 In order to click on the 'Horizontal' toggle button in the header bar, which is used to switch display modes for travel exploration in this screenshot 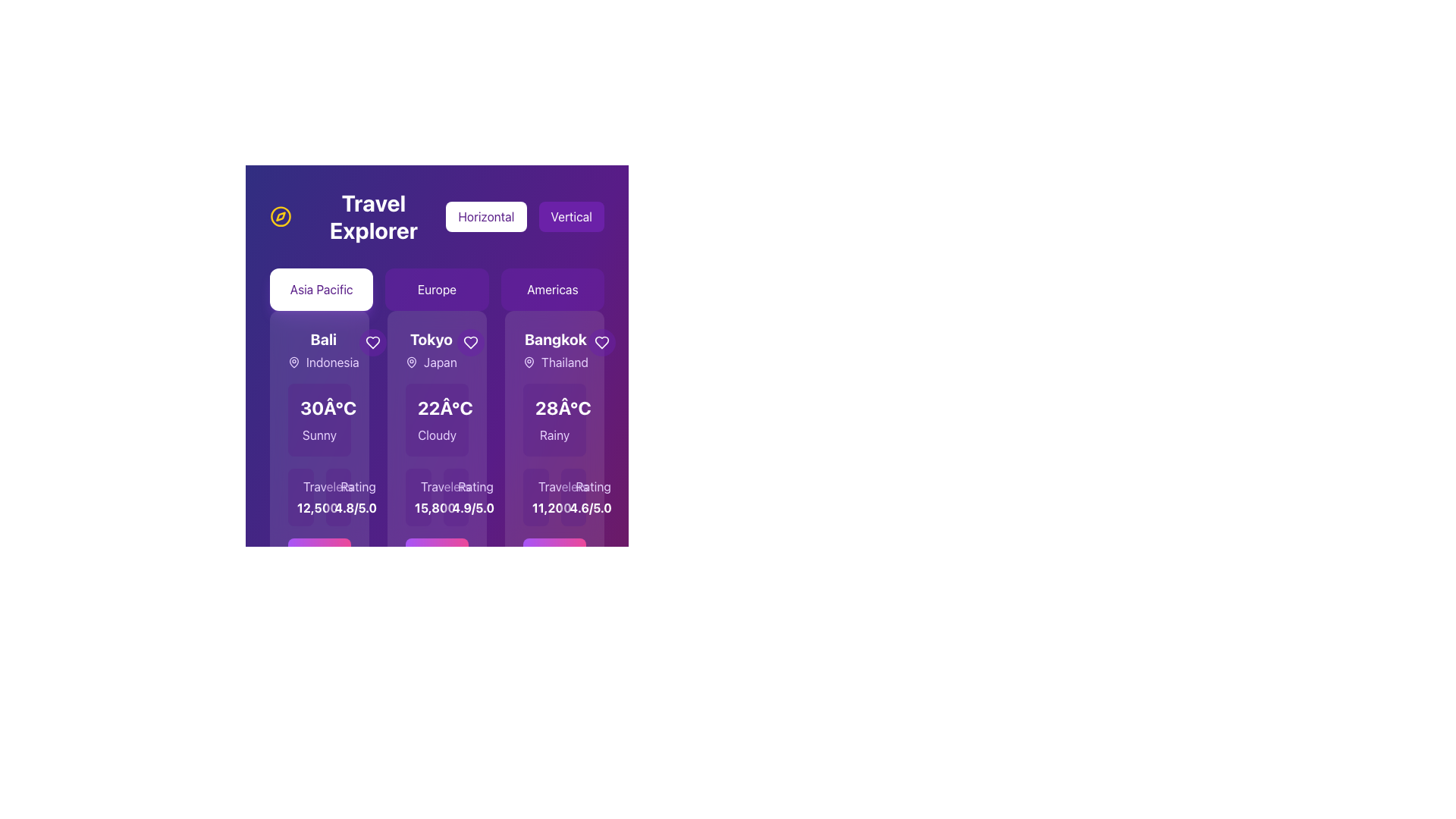, I will do `click(436, 216)`.